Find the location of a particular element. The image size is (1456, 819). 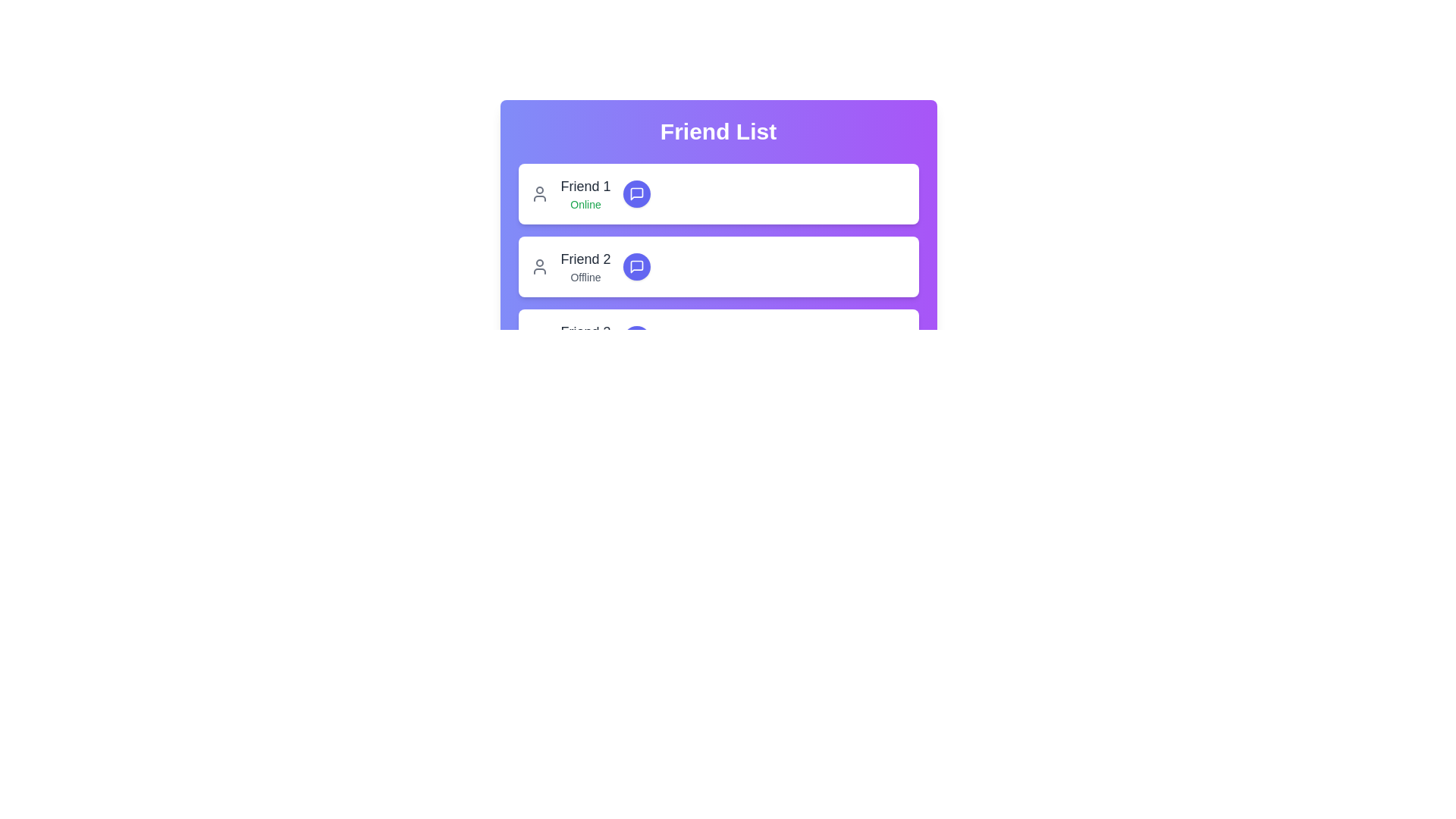

the first card in the 'Friend List' that displays a friend's name and status ('Online') is located at coordinates (717, 193).